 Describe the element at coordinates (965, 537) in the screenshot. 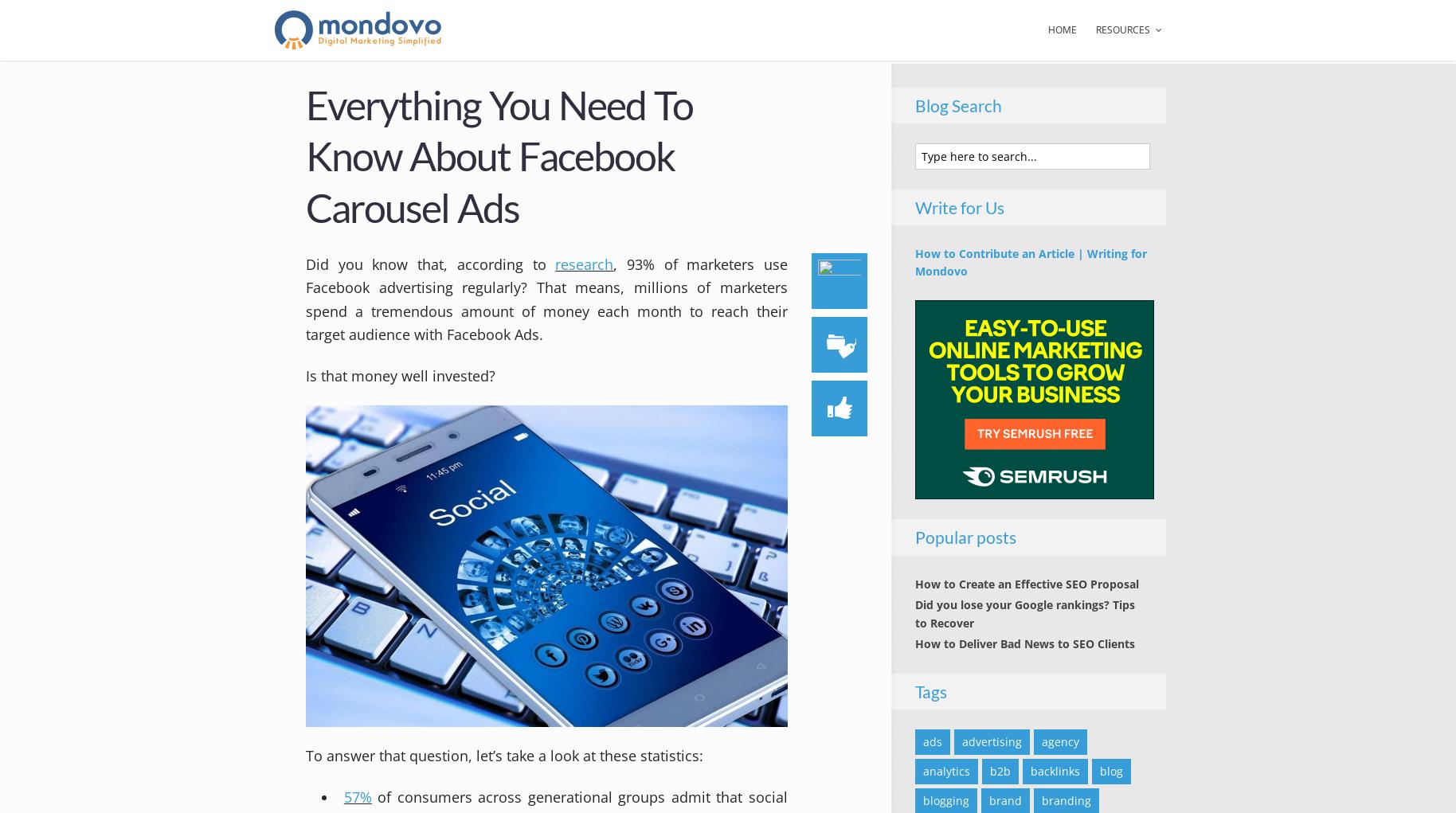

I see `'Popular posts'` at that location.